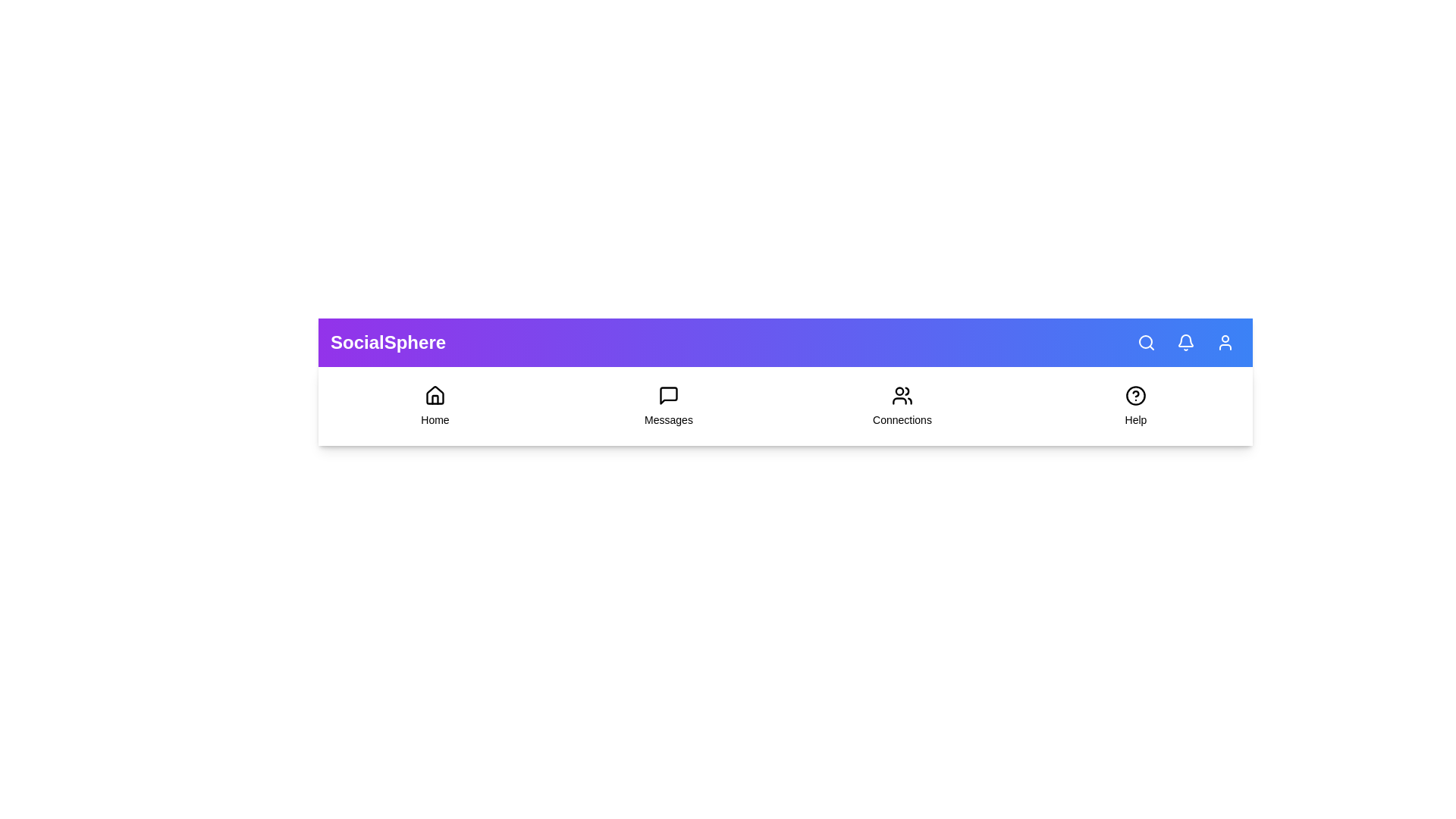 This screenshot has height=819, width=1456. What do you see at coordinates (1135, 406) in the screenshot?
I see `the 'Help' menu item` at bounding box center [1135, 406].